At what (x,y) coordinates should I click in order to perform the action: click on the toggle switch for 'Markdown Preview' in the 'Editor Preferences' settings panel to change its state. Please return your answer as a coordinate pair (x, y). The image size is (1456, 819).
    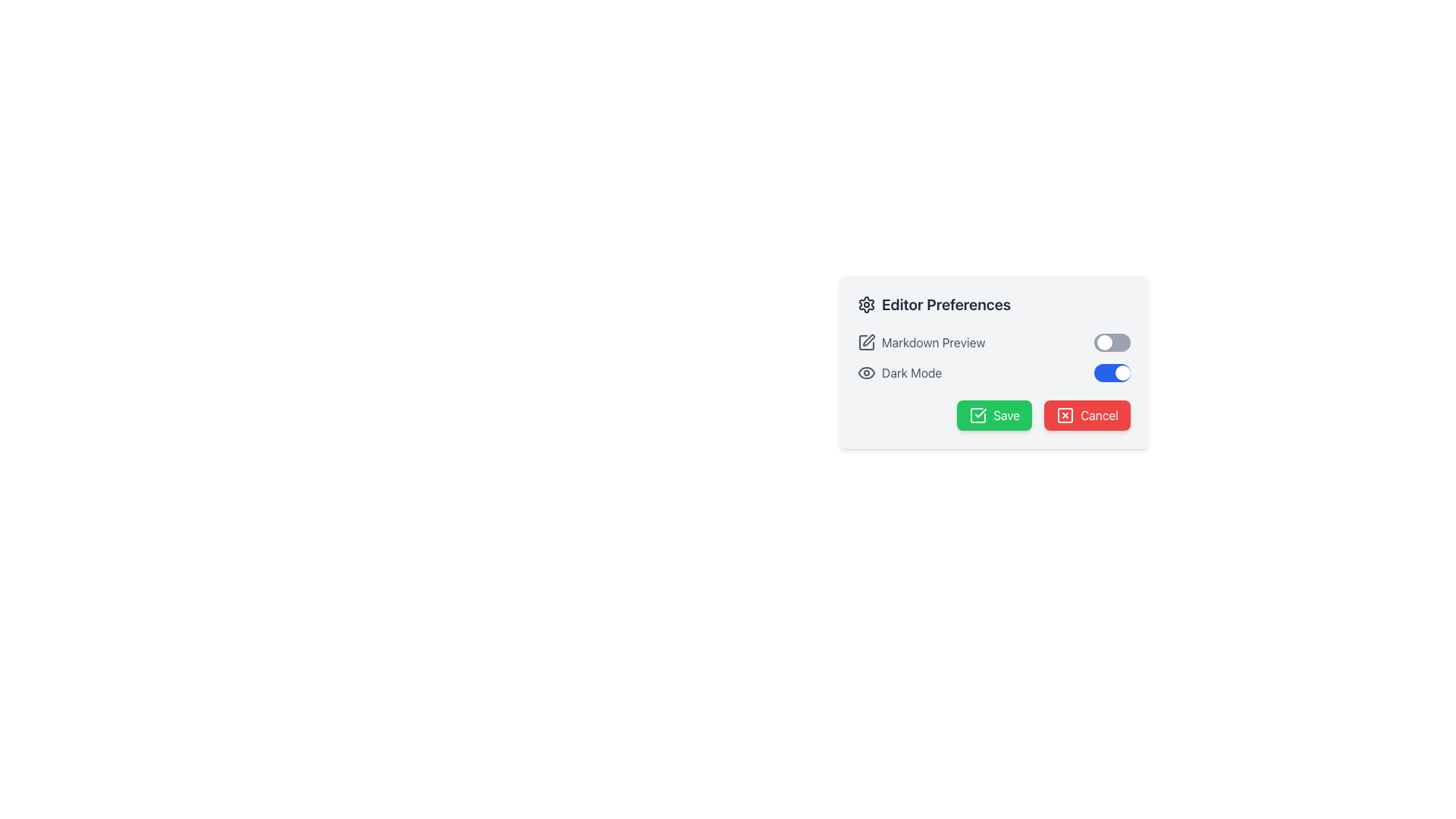
    Looking at the image, I should click on (1112, 342).